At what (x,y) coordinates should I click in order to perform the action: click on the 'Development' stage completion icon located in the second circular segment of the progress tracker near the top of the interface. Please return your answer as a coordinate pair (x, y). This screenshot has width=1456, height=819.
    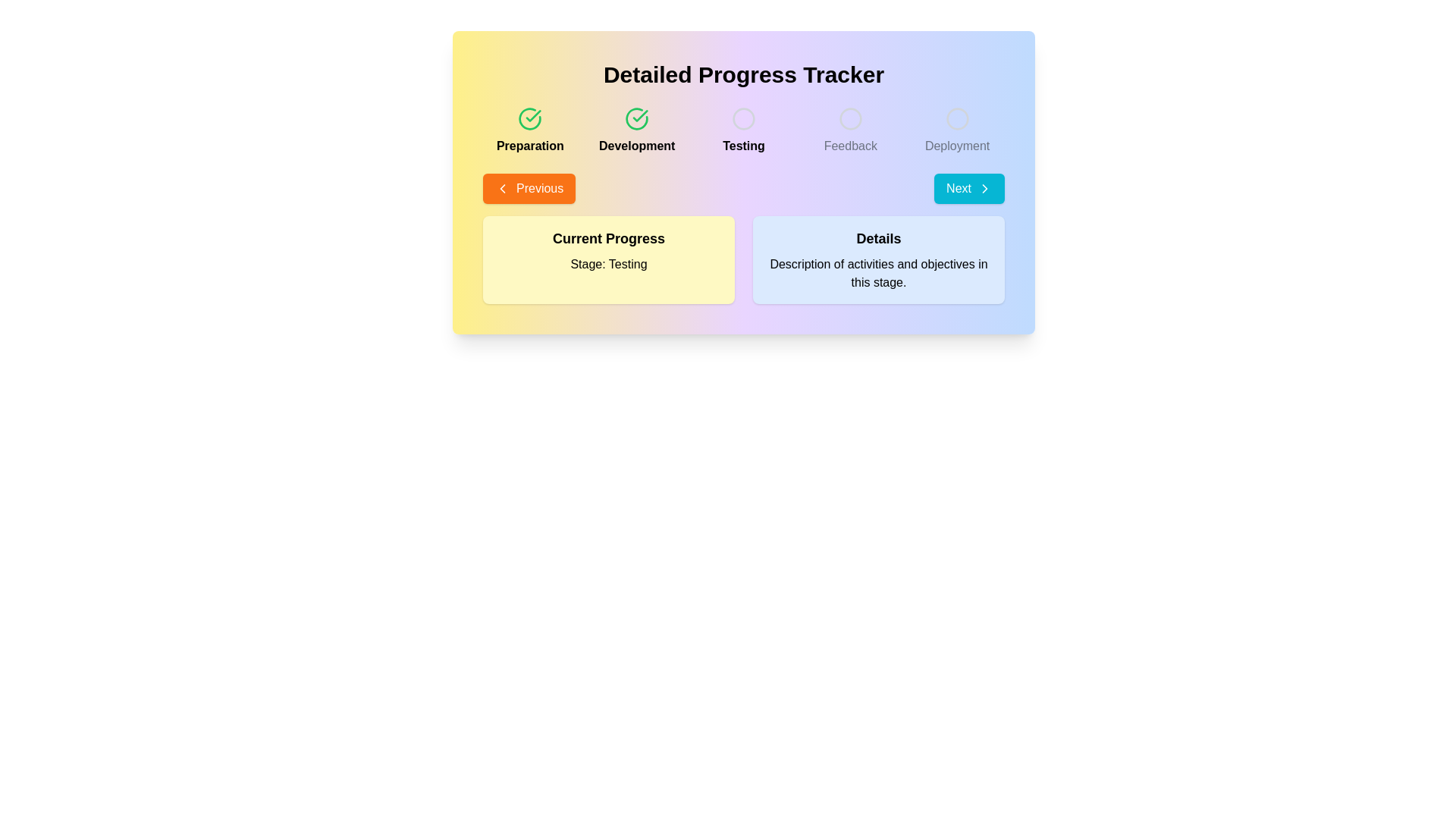
    Looking at the image, I should click on (637, 118).